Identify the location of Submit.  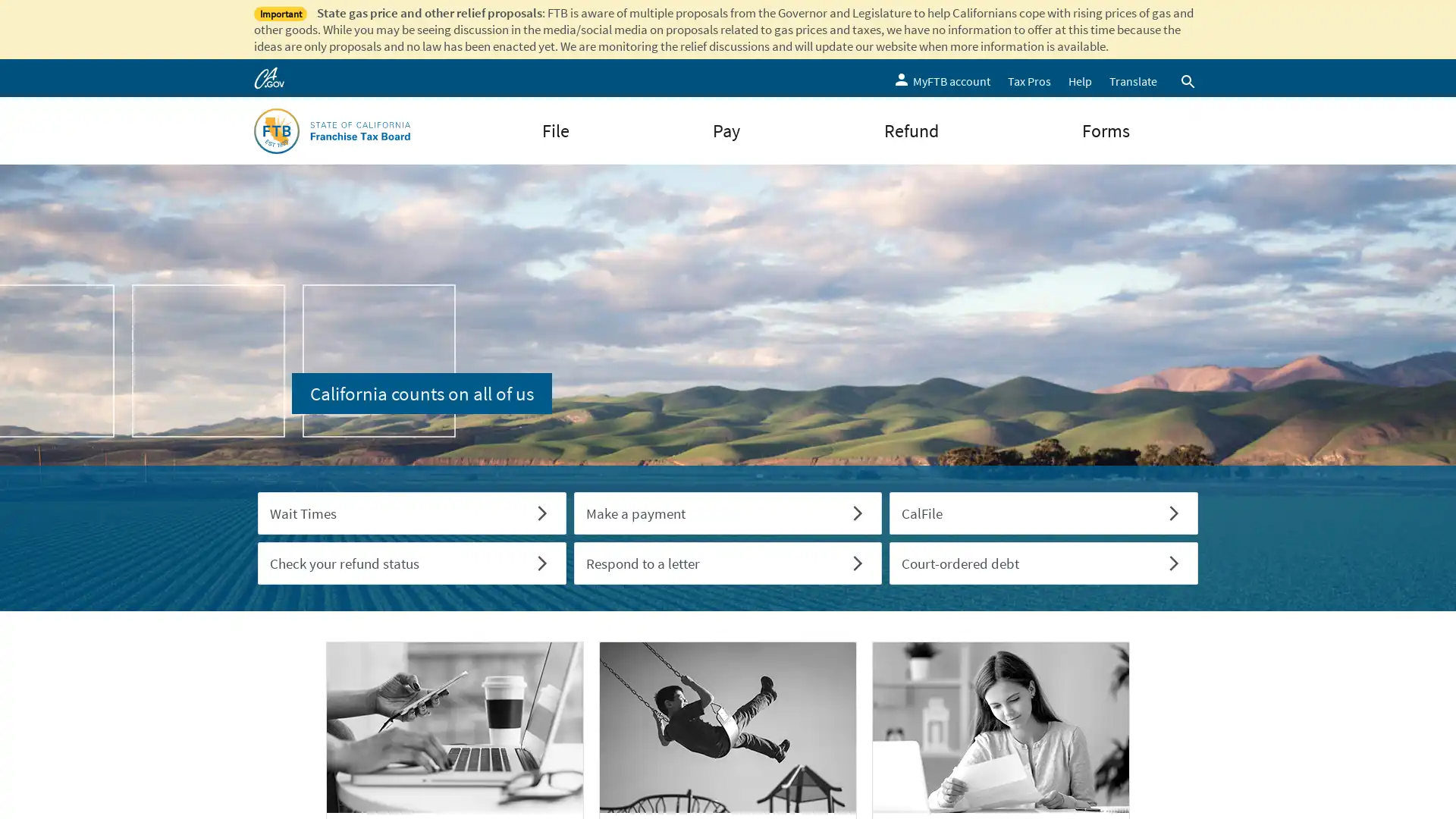
(1145, 180).